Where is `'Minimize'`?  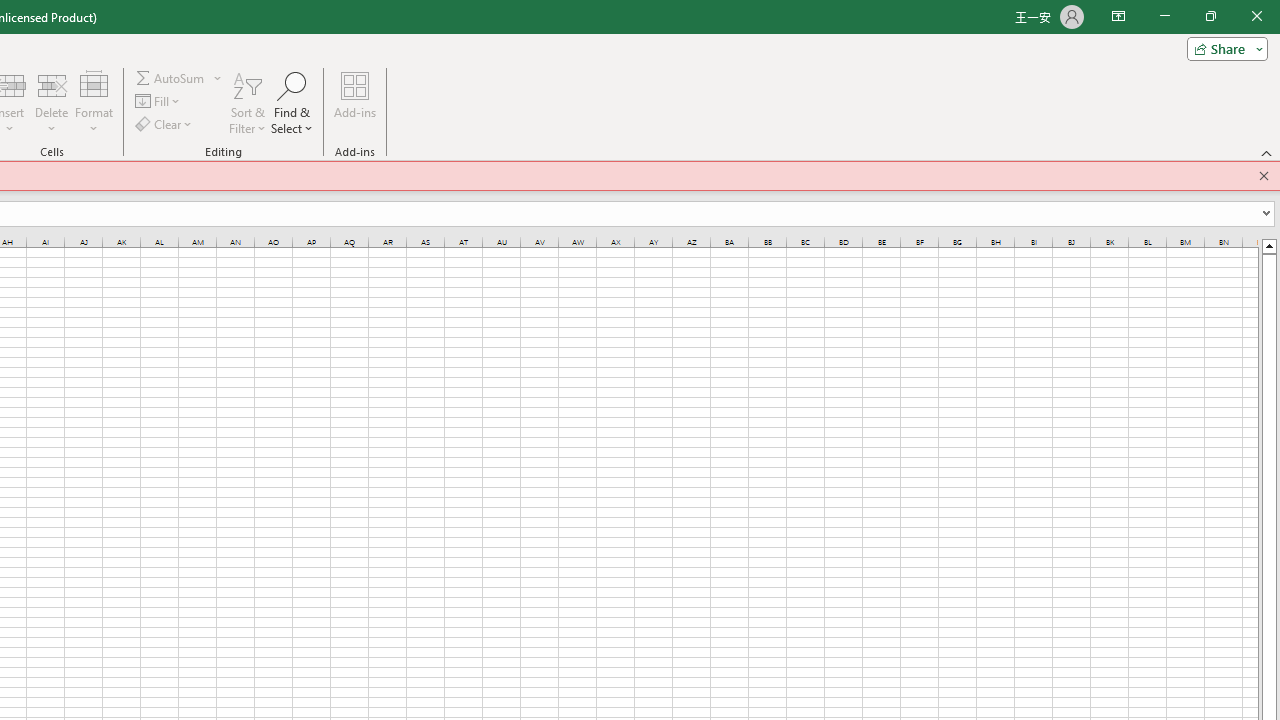
'Minimize' is located at coordinates (1164, 16).